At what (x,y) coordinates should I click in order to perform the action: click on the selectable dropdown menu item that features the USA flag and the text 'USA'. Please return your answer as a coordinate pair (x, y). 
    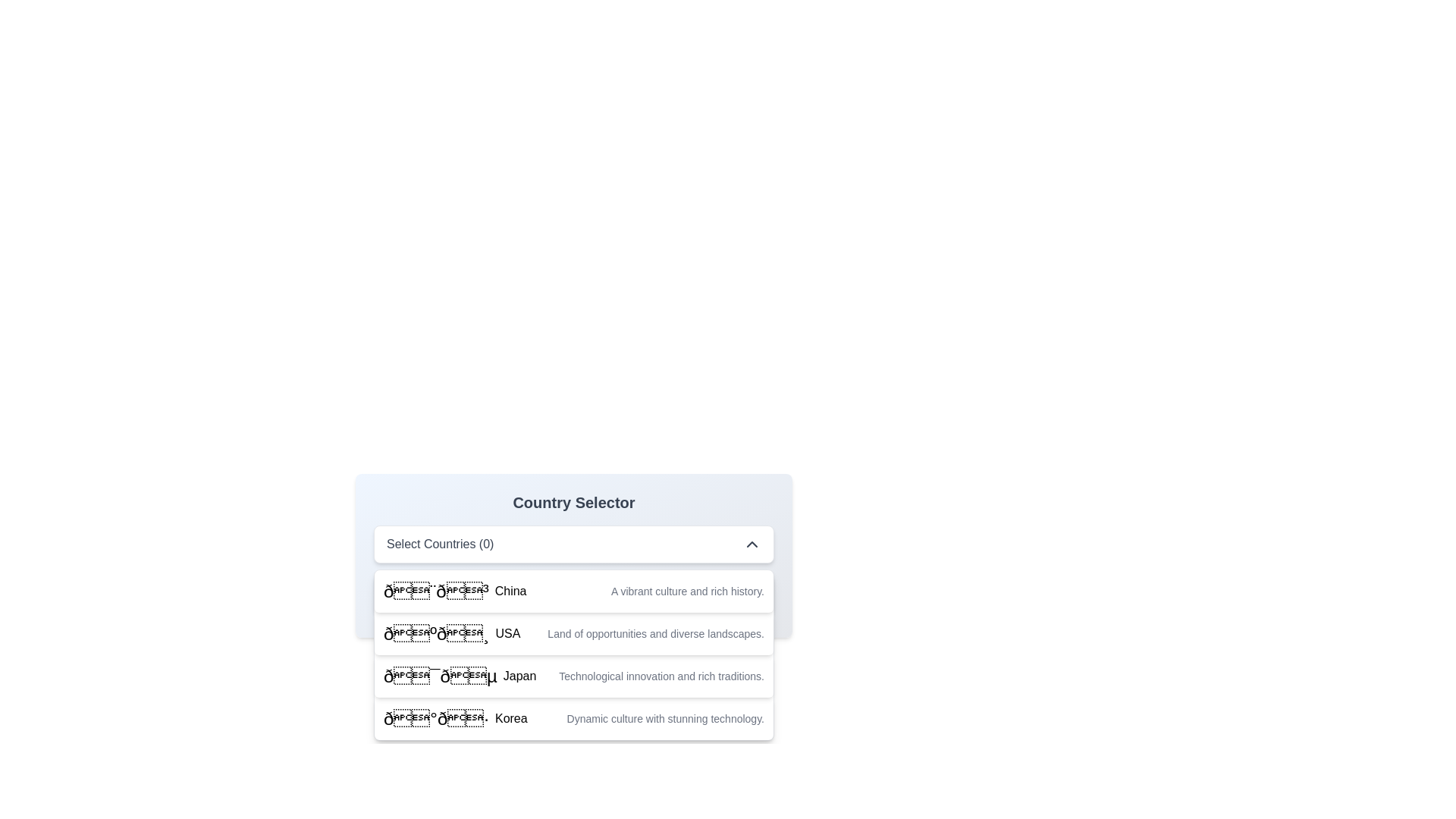
    Looking at the image, I should click on (573, 634).